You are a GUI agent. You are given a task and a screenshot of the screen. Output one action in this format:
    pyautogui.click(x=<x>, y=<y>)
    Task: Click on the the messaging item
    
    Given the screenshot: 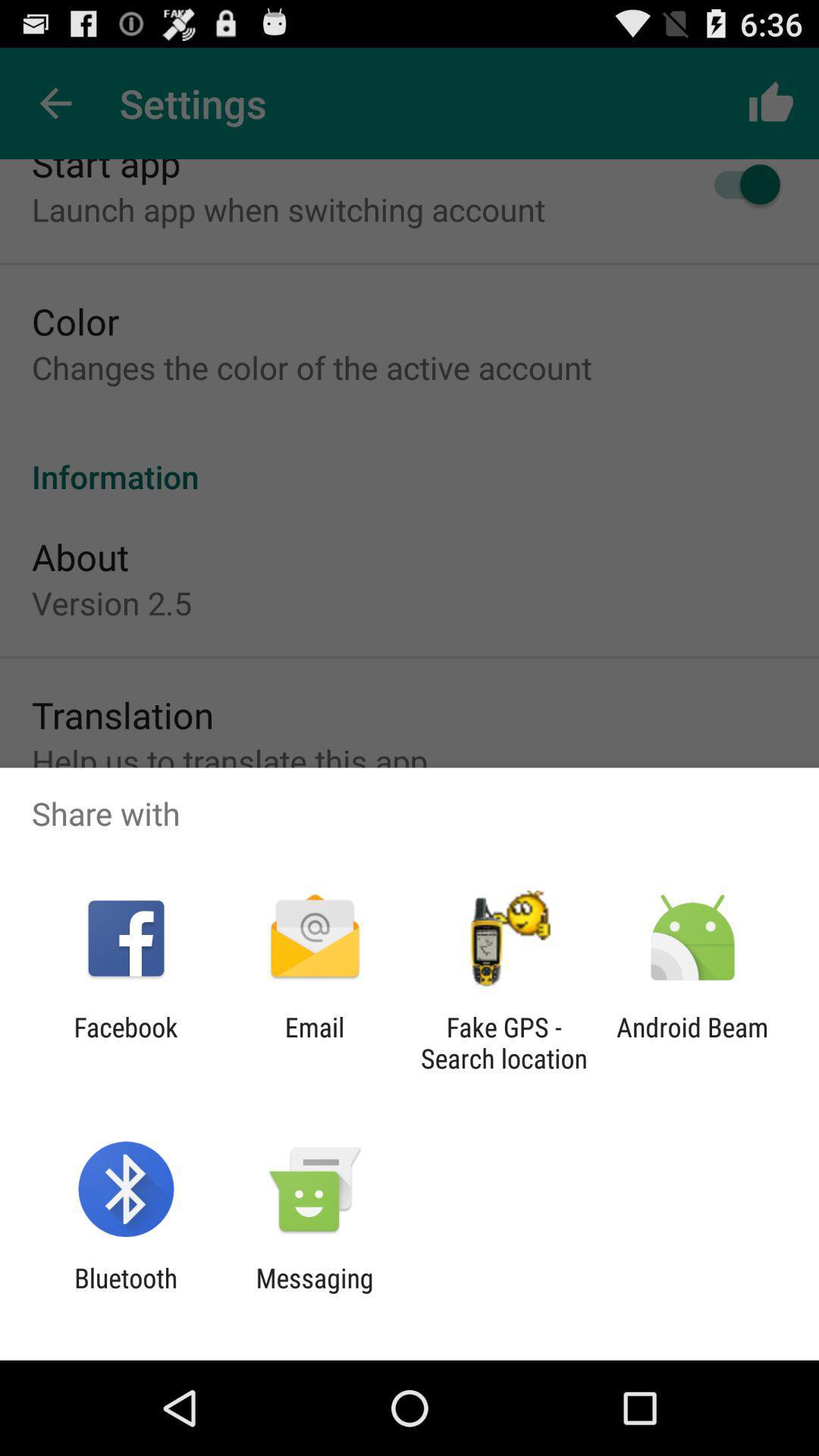 What is the action you would take?
    pyautogui.click(x=314, y=1293)
    